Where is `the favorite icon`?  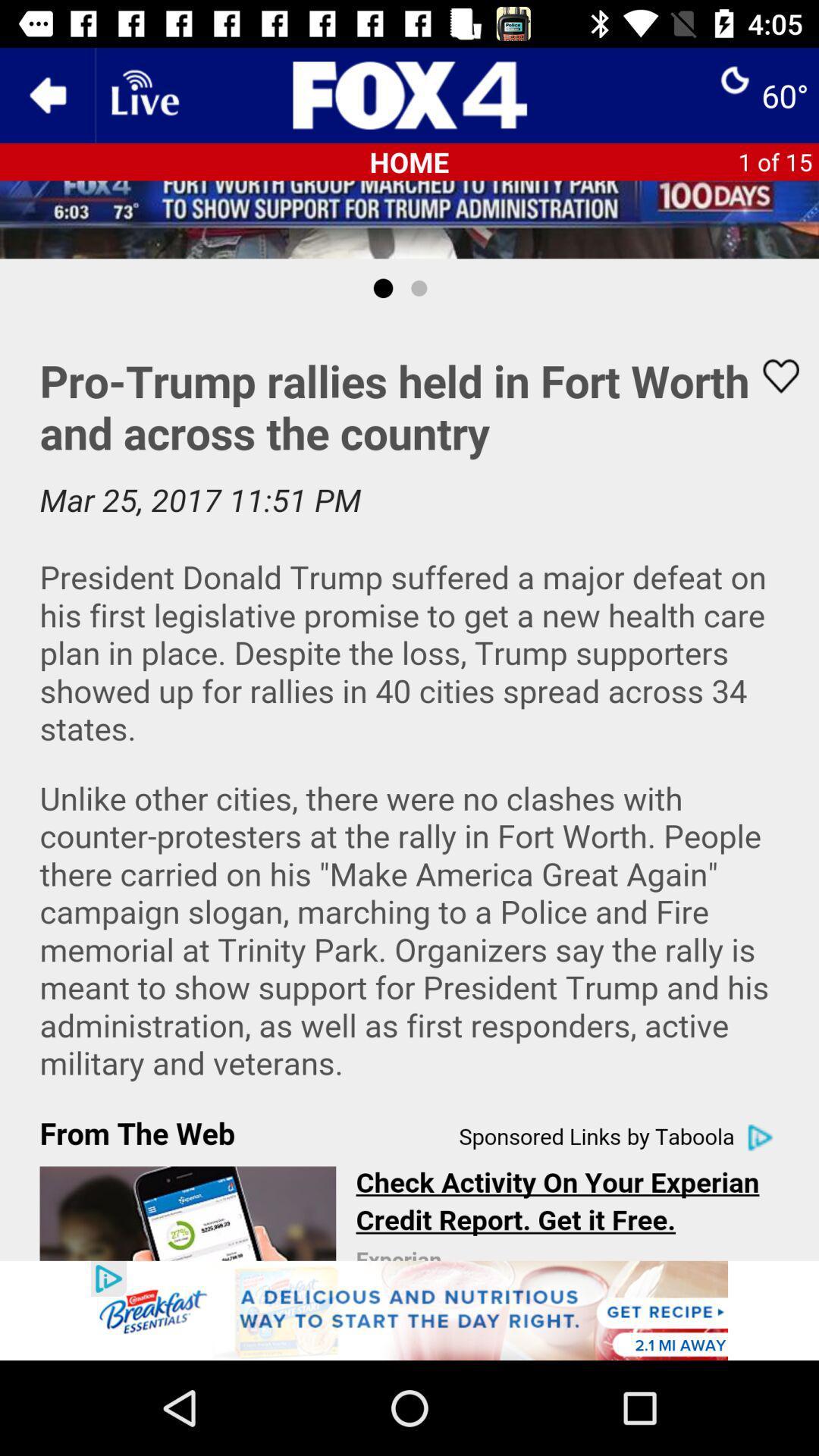 the favorite icon is located at coordinates (771, 376).